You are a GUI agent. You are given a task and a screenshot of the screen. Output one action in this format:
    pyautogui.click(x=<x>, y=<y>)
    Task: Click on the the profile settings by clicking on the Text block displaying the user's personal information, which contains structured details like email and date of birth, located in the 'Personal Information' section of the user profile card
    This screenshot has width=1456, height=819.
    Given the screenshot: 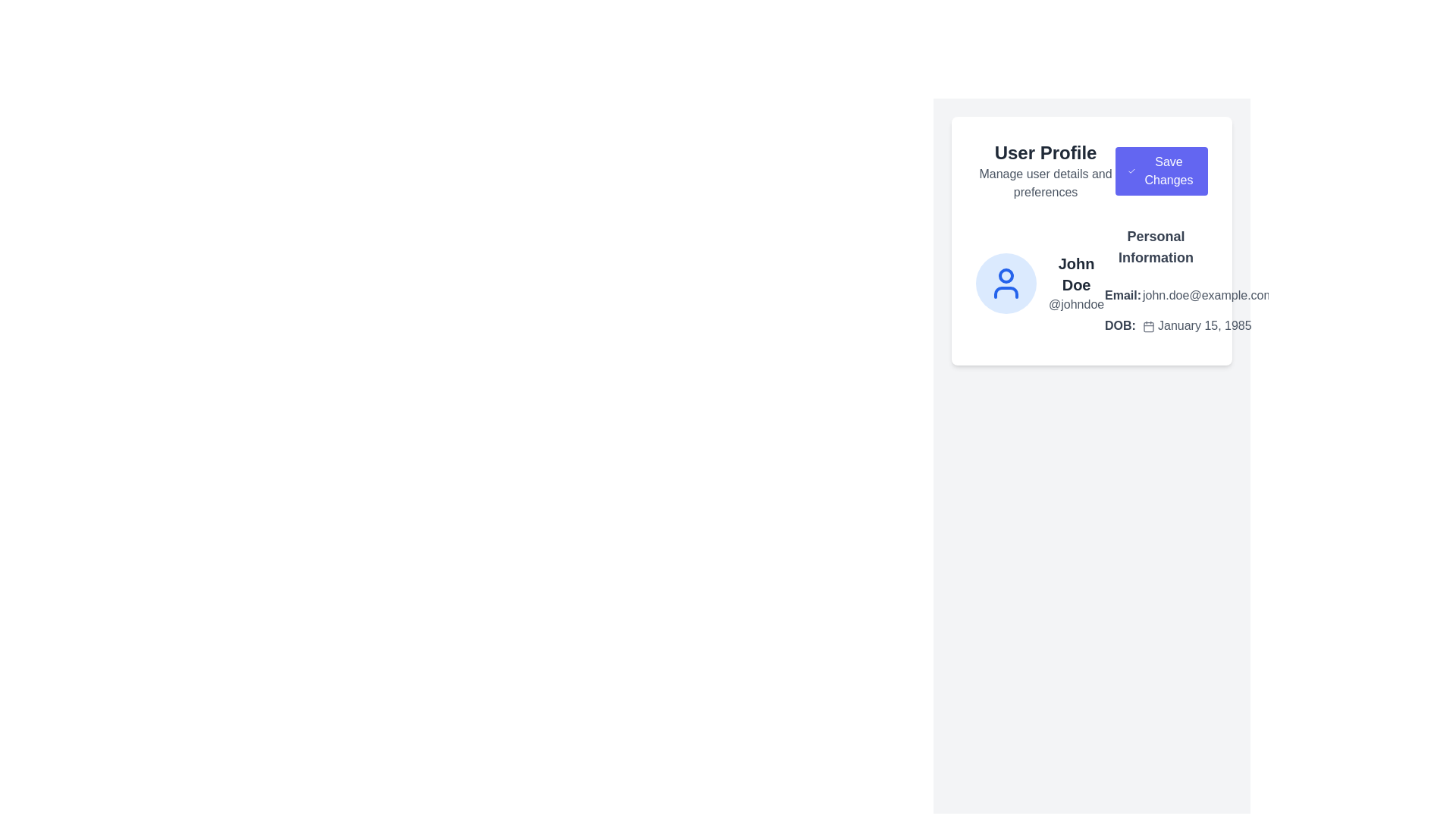 What is the action you would take?
    pyautogui.click(x=1155, y=284)
    